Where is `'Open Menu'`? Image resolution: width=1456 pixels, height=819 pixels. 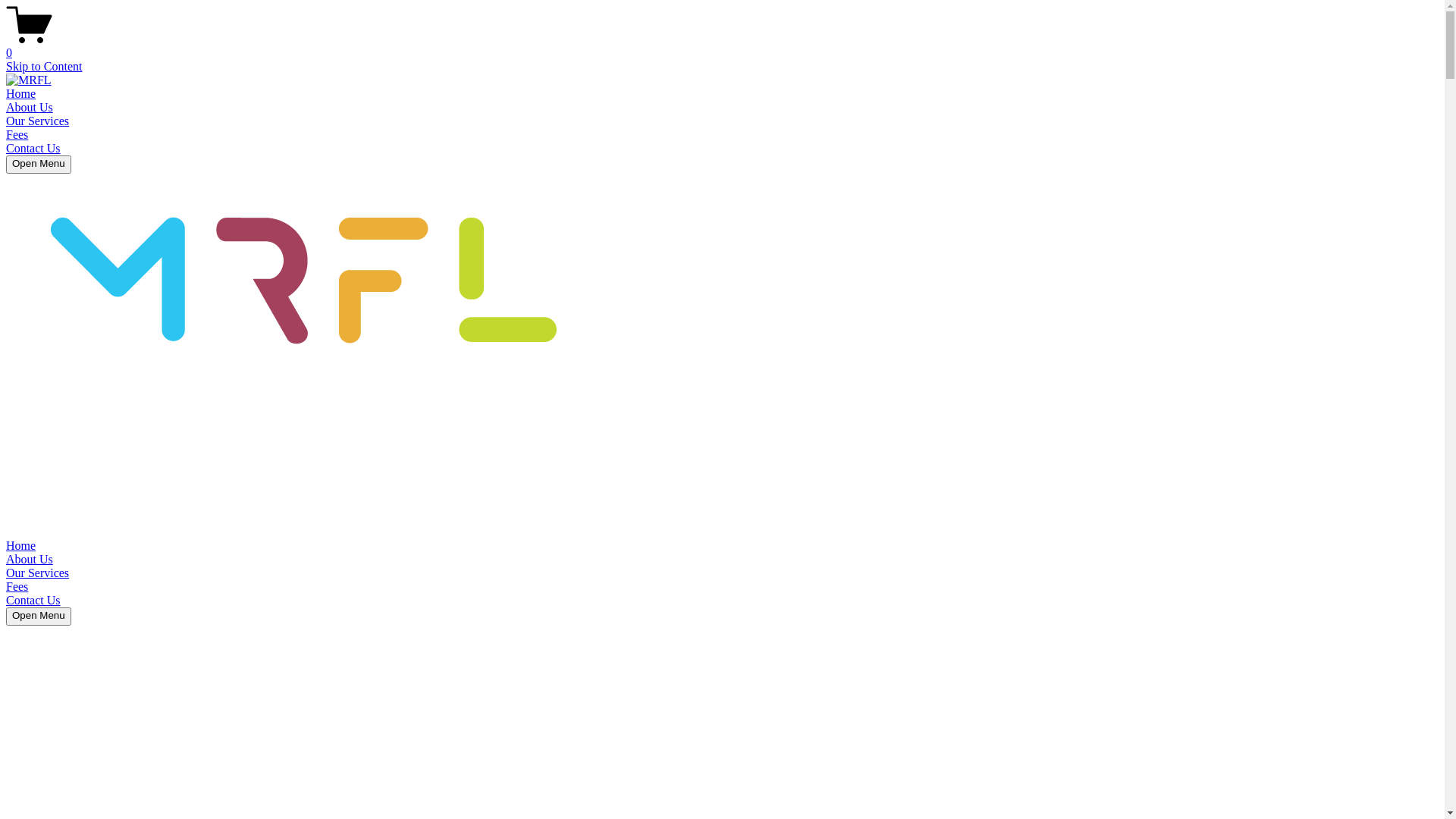 'Open Menu' is located at coordinates (39, 164).